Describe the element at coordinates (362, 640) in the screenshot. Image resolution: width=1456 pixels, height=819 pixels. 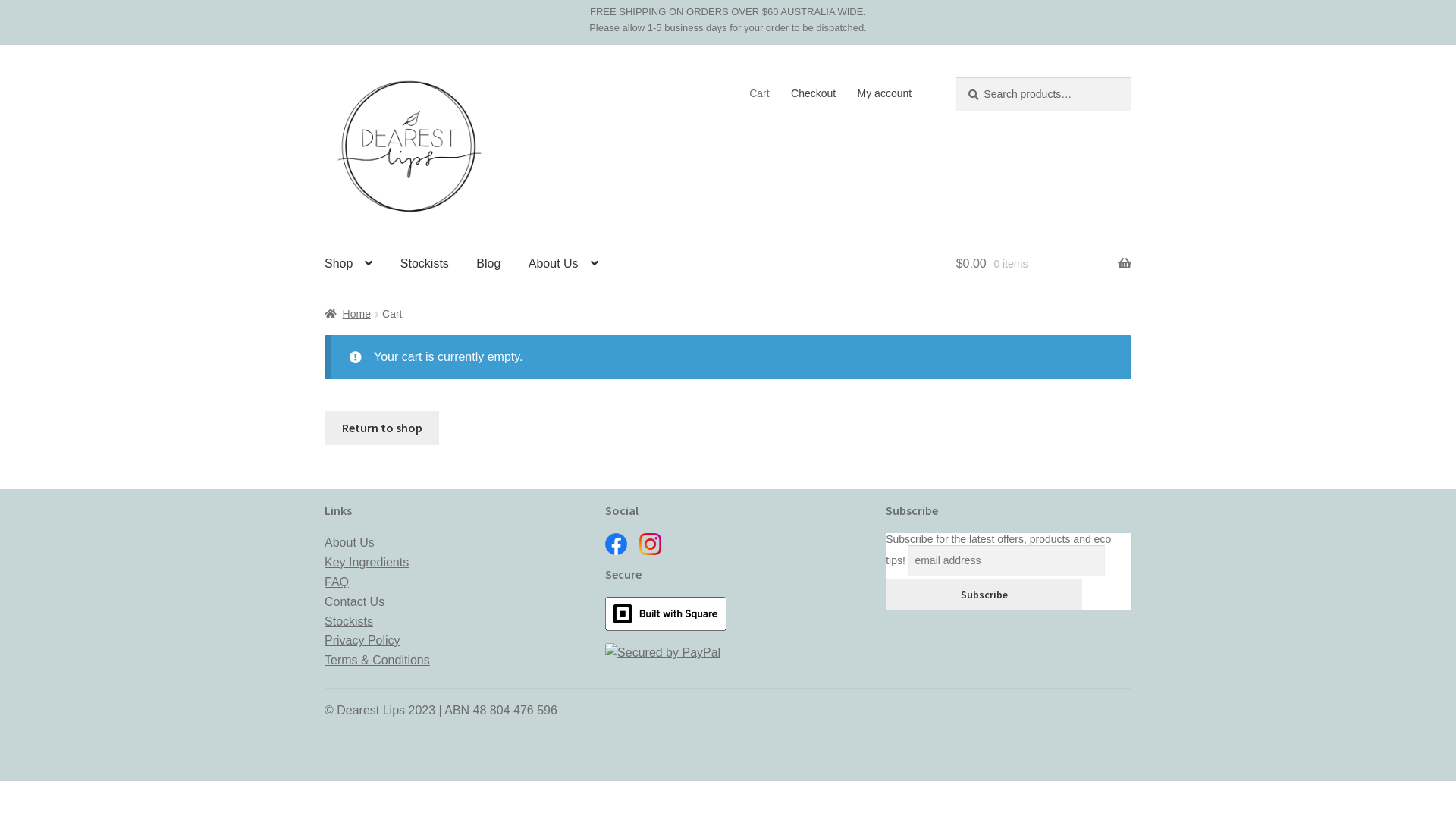
I see `'Privacy Policy'` at that location.